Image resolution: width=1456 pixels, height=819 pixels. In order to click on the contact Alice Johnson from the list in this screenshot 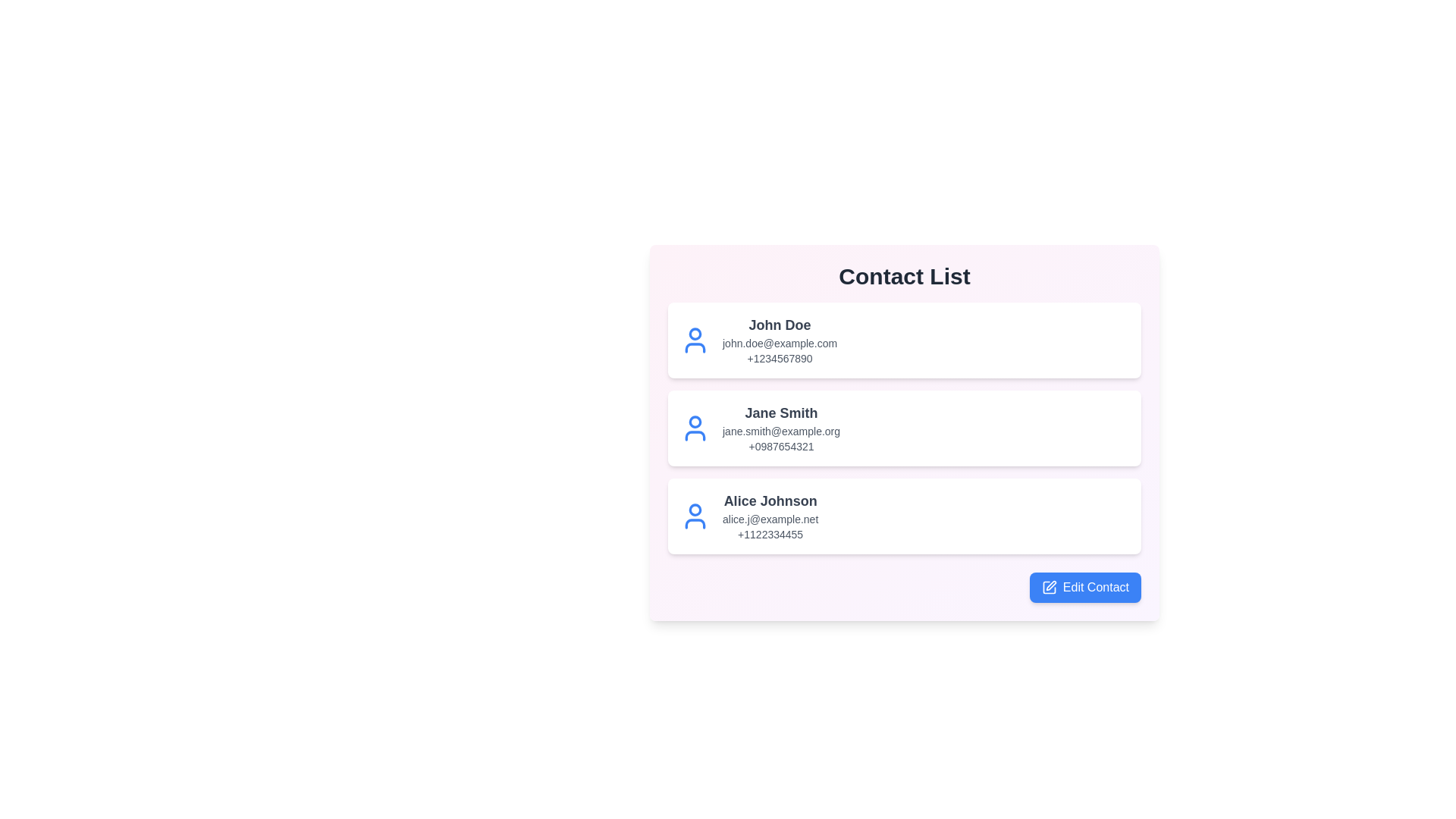, I will do `click(905, 516)`.